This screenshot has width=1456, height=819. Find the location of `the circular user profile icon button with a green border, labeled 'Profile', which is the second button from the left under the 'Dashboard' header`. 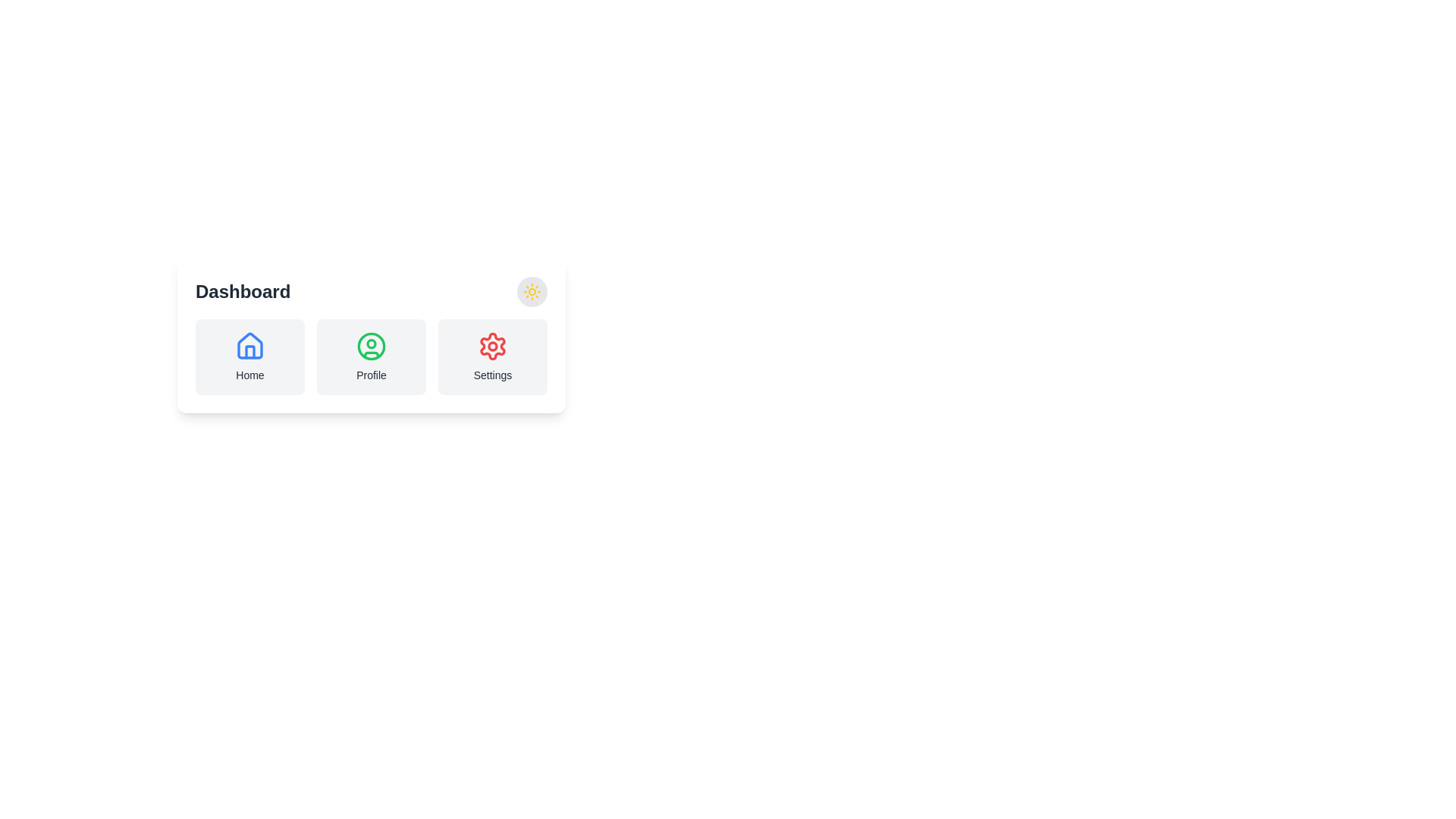

the circular user profile icon button with a green border, labeled 'Profile', which is the second button from the left under the 'Dashboard' header is located at coordinates (371, 346).